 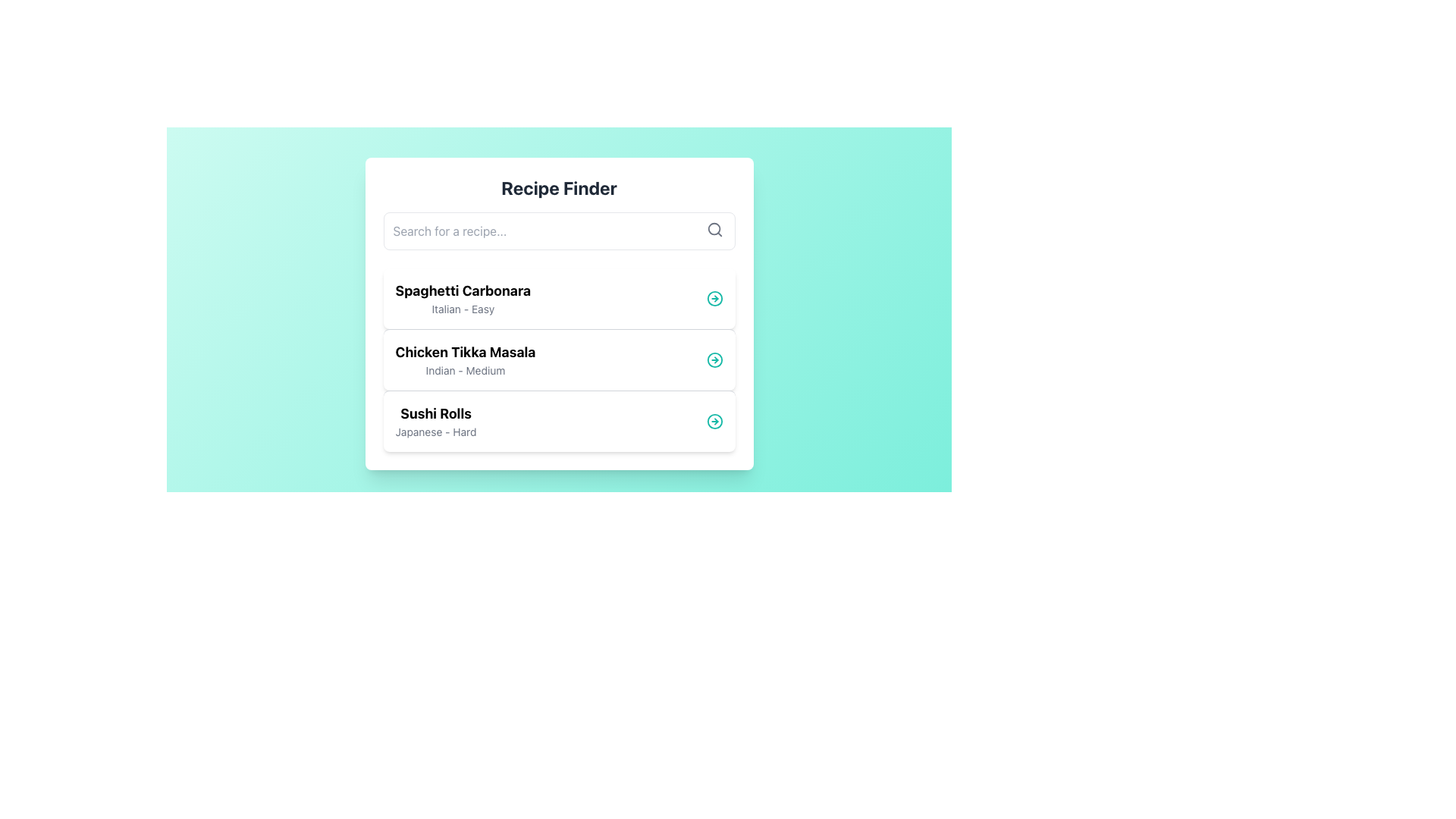 What do you see at coordinates (462, 309) in the screenshot?
I see `the Text Display element that contains the text 'Italian - Easy', which is styled smaller in size and gray-colored, located below the bold title 'Spaghetti Carbonara'` at bounding box center [462, 309].